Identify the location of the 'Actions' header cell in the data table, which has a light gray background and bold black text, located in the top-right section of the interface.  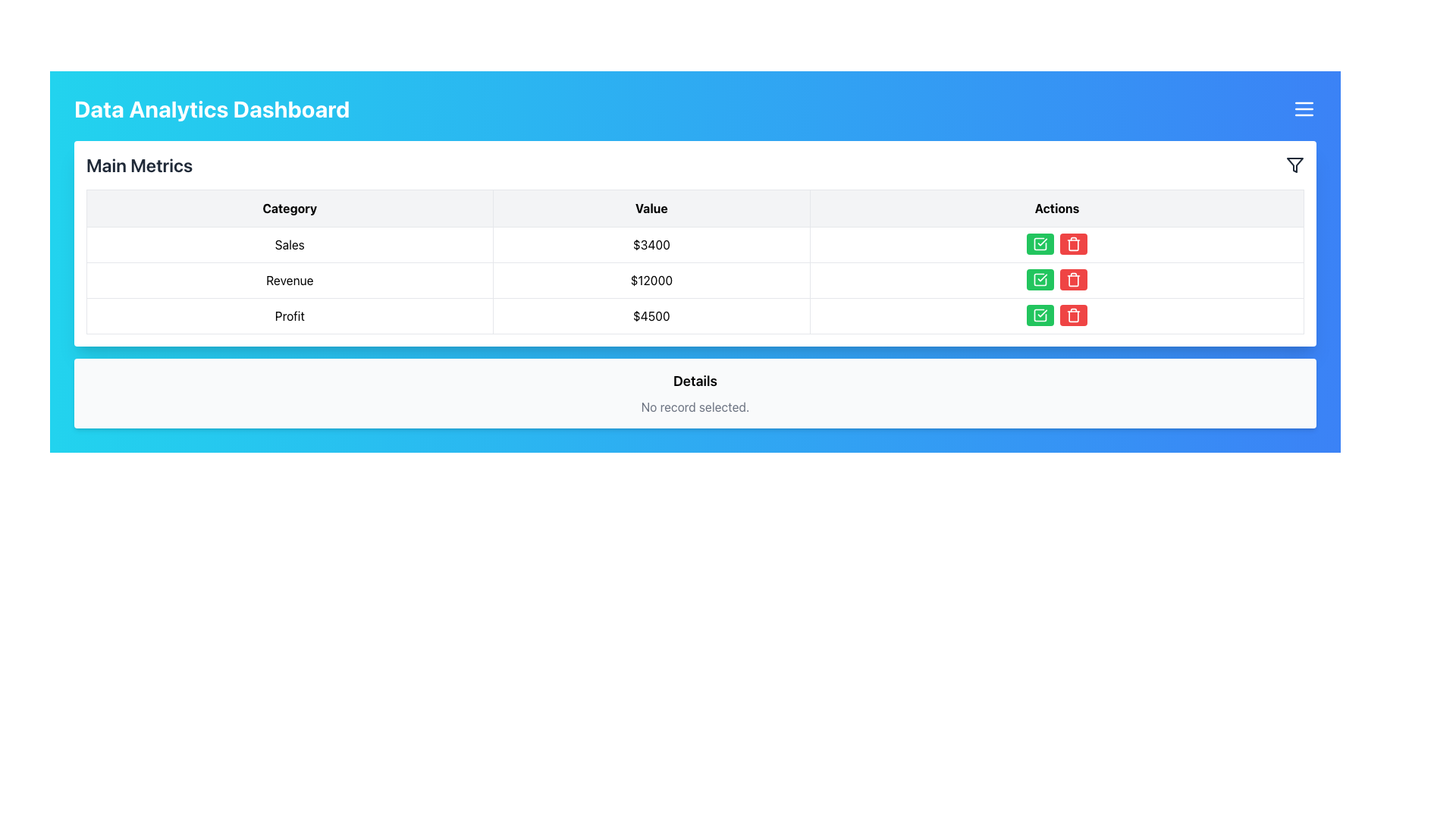
(1056, 208).